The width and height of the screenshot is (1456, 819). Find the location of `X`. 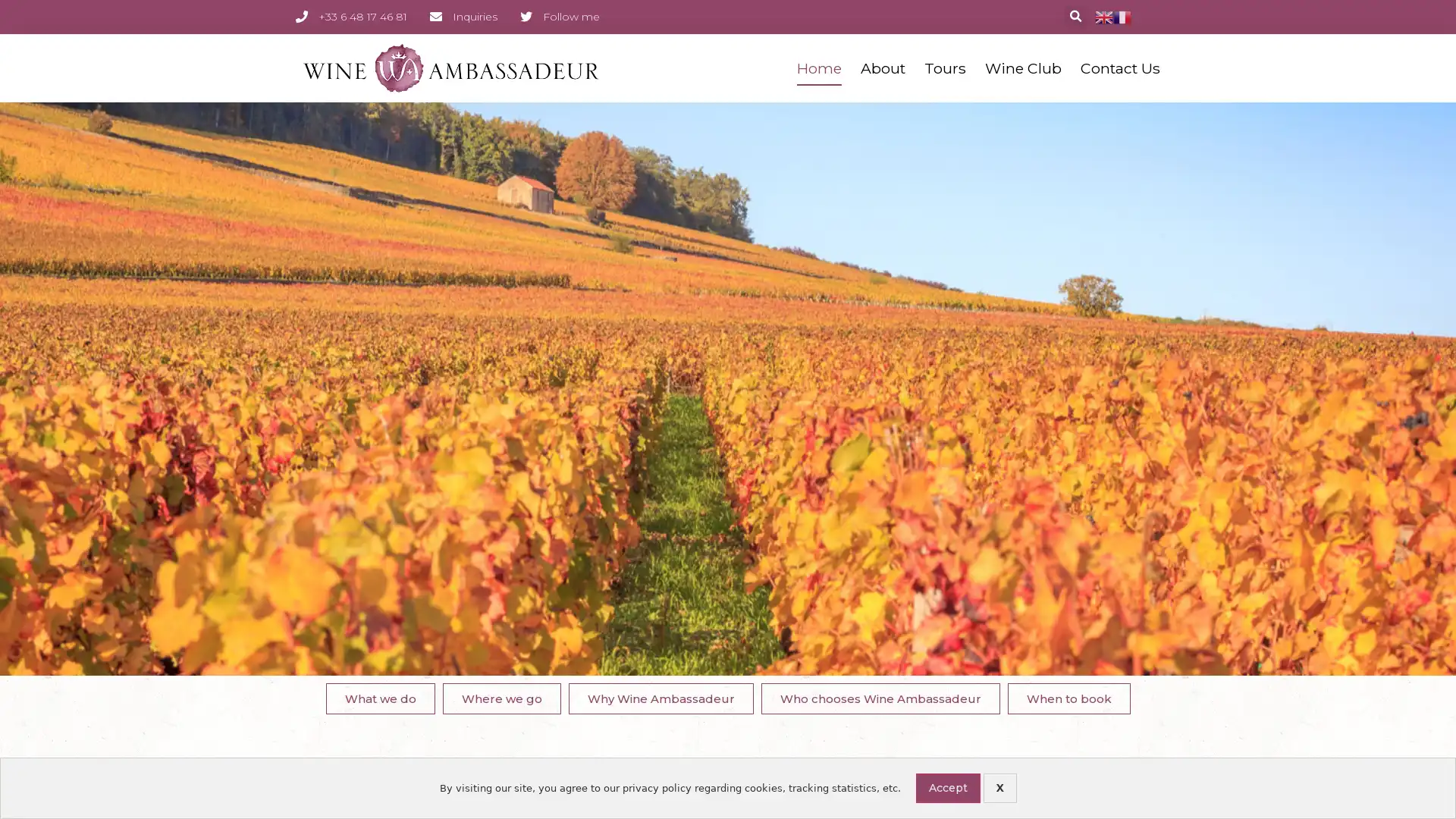

X is located at coordinates (999, 787).